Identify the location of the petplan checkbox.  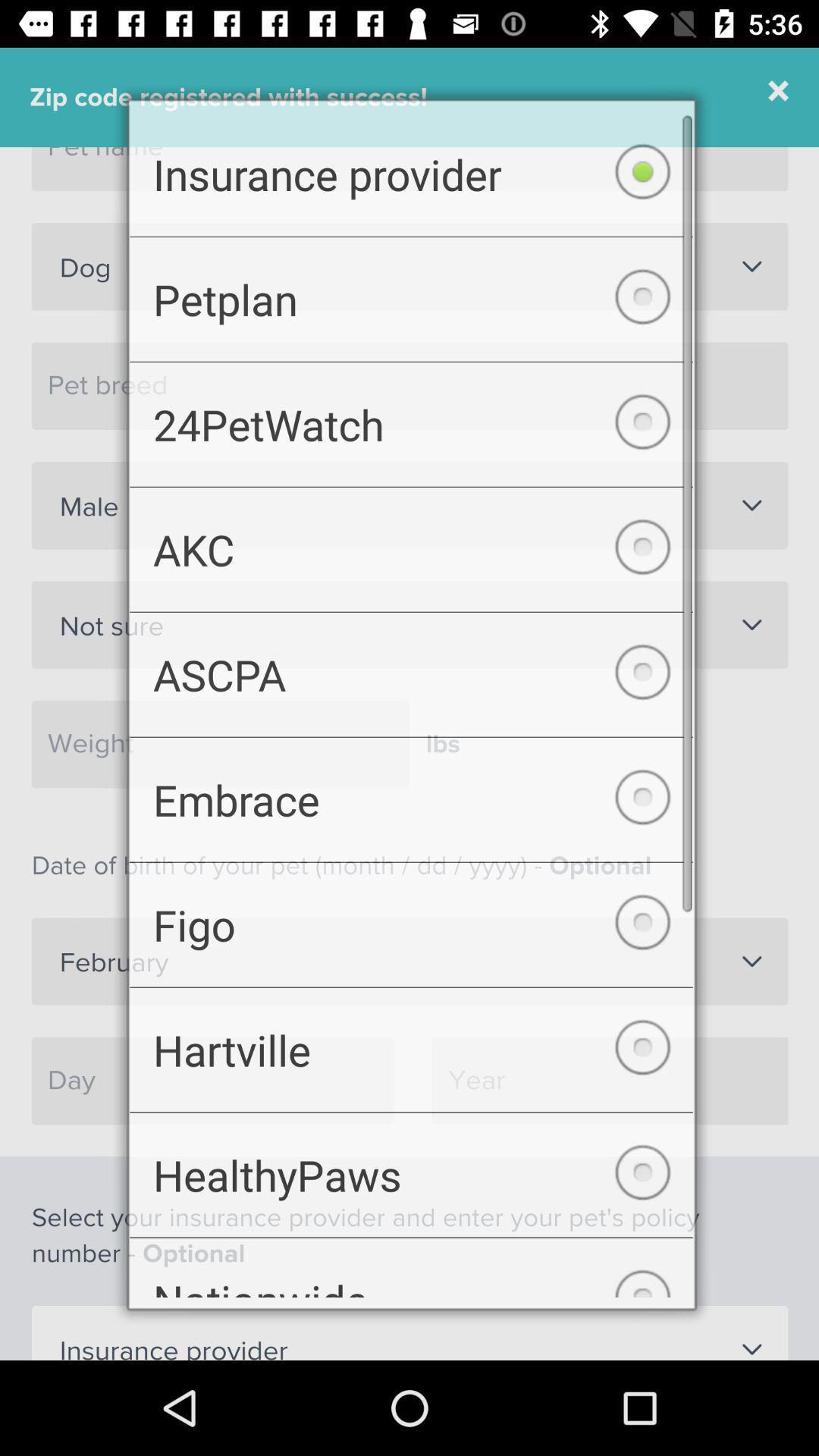
(411, 288).